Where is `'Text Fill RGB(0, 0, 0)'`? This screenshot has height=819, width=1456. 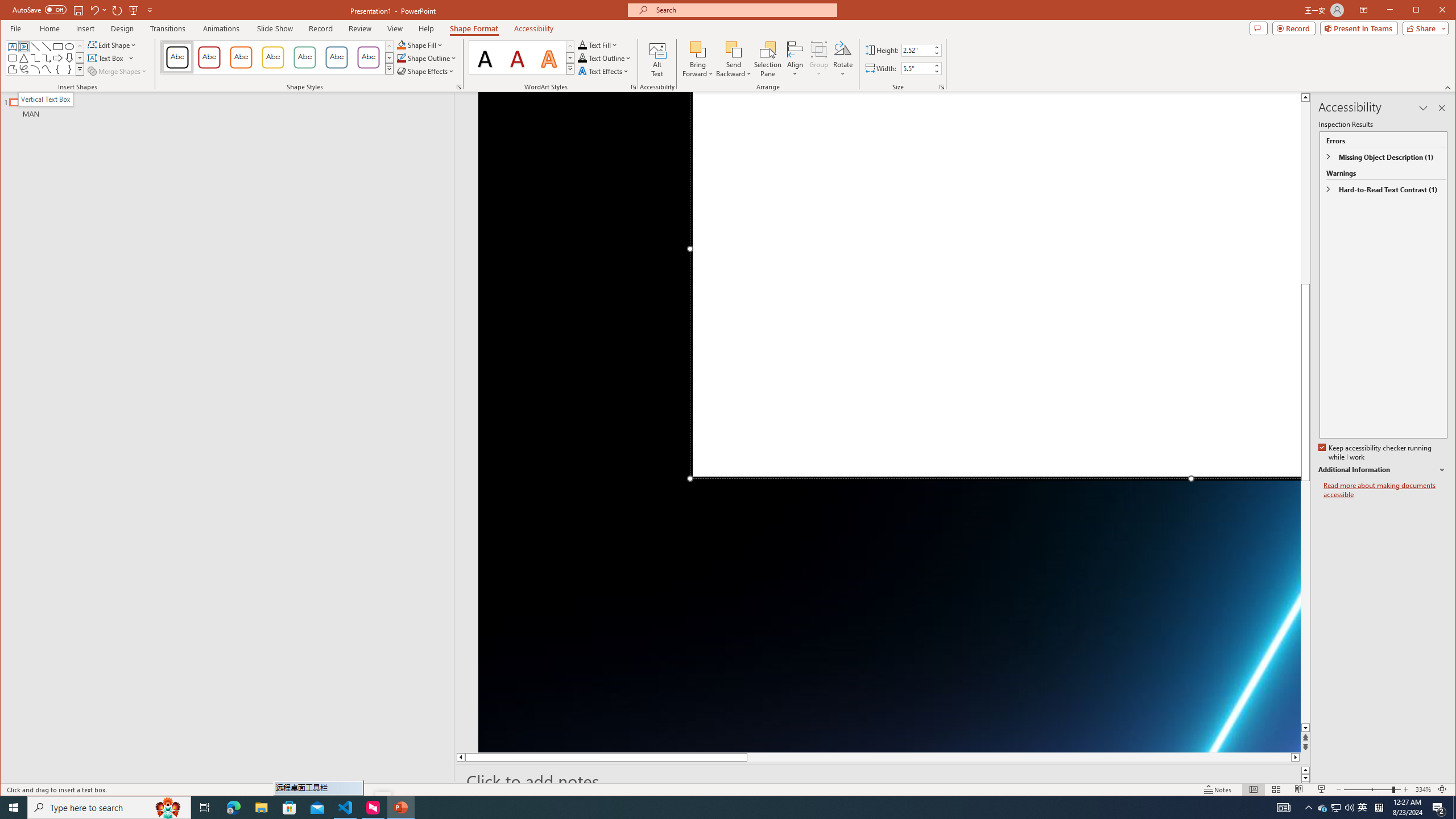 'Text Fill RGB(0, 0, 0)' is located at coordinates (582, 44).